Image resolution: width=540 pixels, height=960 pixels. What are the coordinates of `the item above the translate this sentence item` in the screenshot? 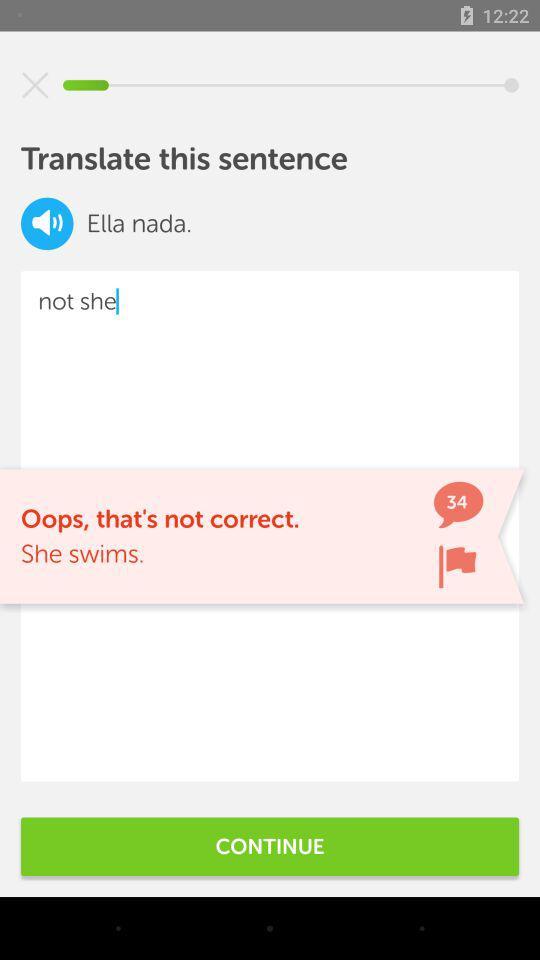 It's located at (35, 85).